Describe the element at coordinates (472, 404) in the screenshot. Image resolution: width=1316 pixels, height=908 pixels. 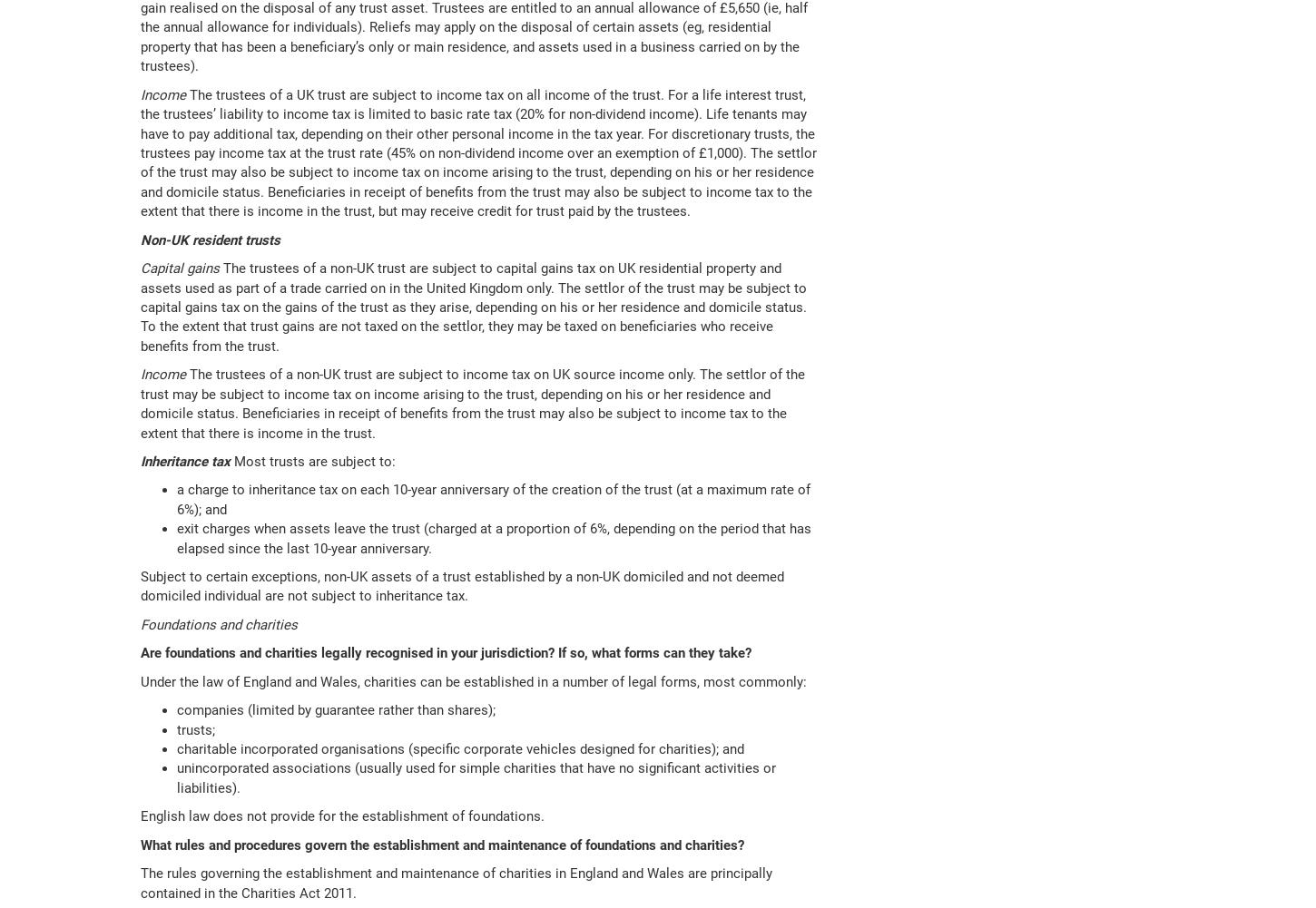
I see `'The trustees of a non-UK trust are subject to income tax on UK source income only. The settlor of the trust may be subject to income tax on income arising to the trust, depending on his or her residence and domicile status. Beneficiaries in receipt of benefits from the trust may also be subject to income tax to the extent that there is income in the trust.'` at that location.